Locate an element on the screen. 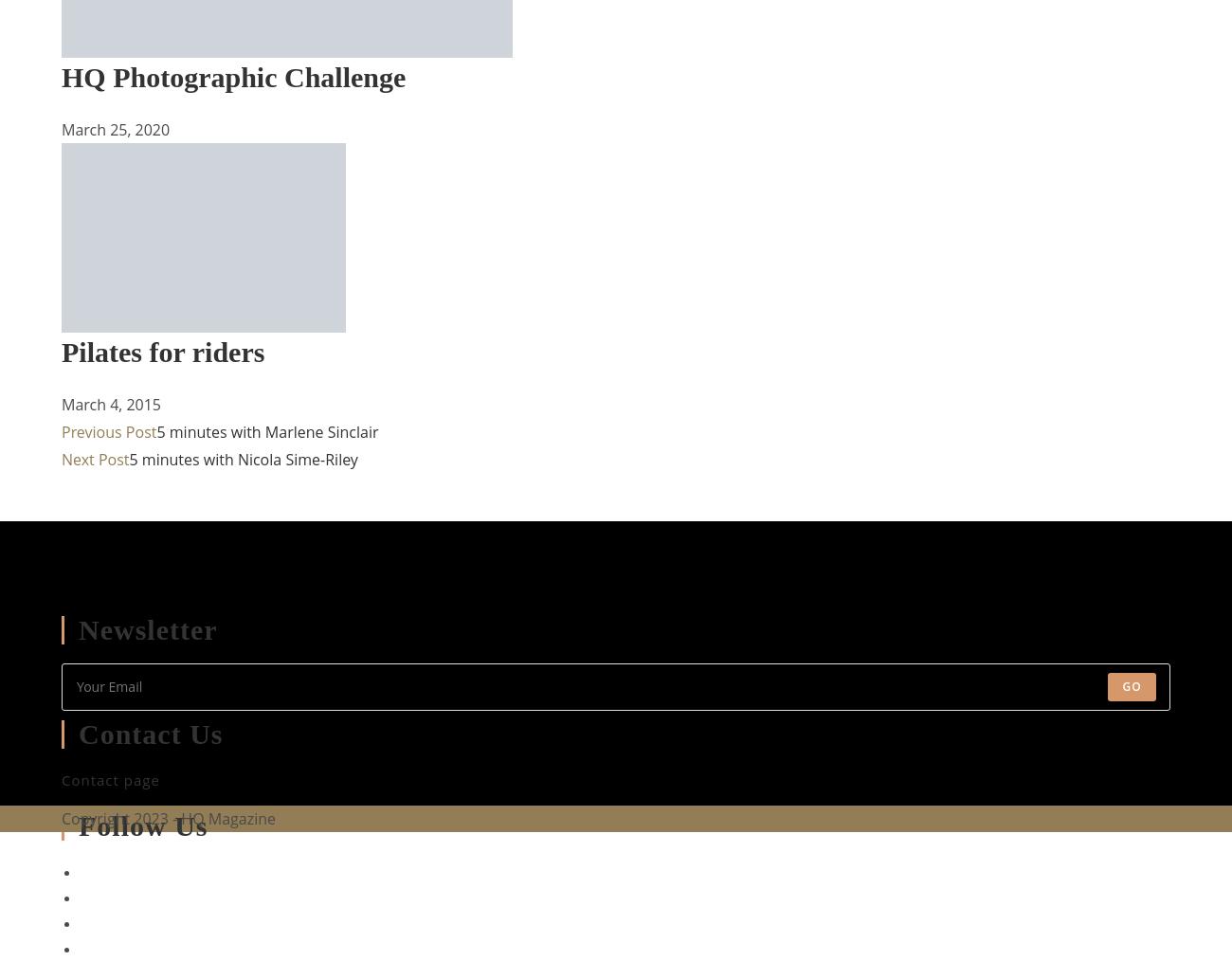 This screenshot has height=961, width=1232. 'Go' is located at coordinates (1131, 684).